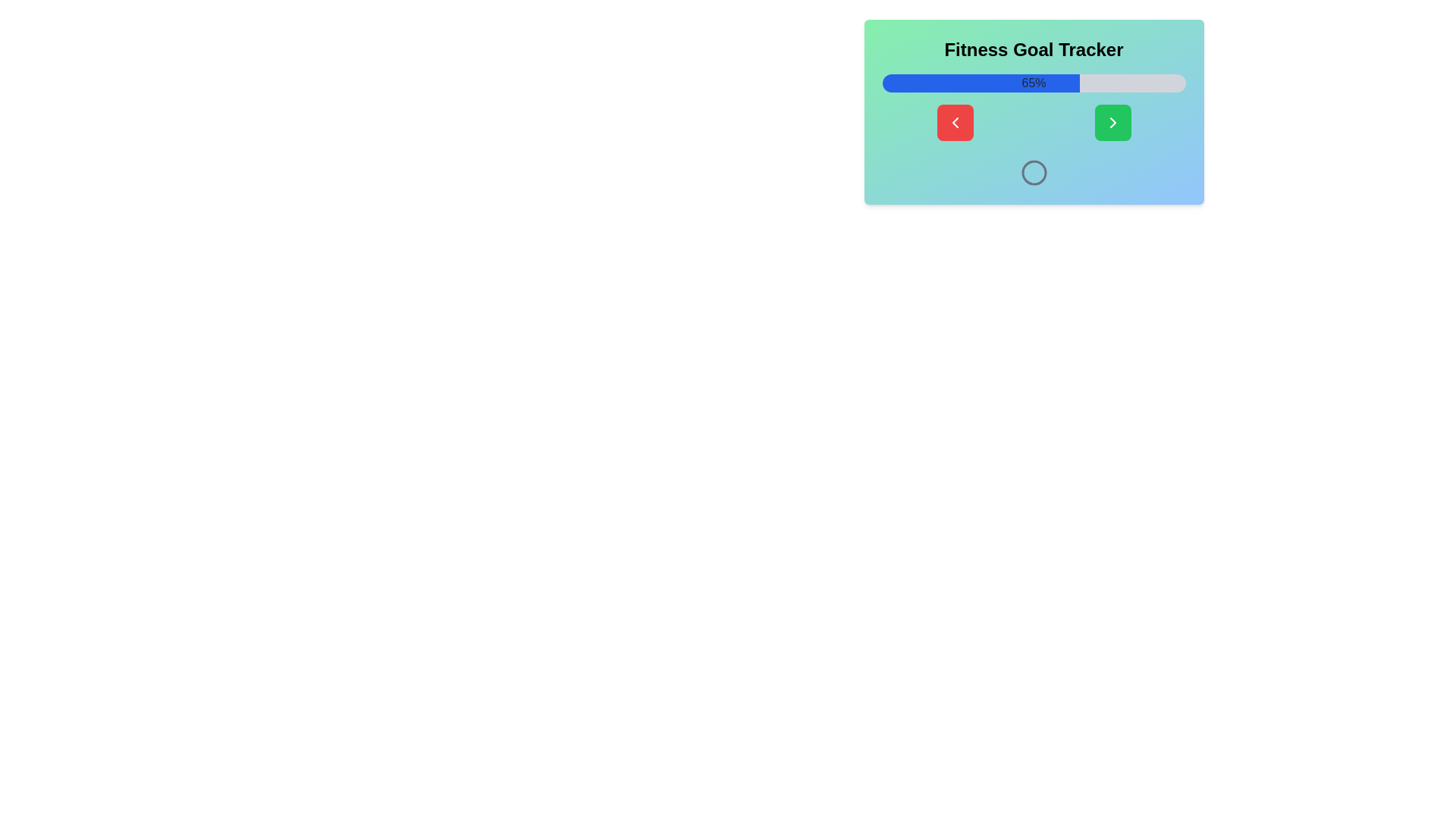 The image size is (1456, 819). I want to click on the left-chevron icon button encased in a rounded red button located in the bottom-left region of the 'Fitness Goal Tracker' panel, so click(954, 122).